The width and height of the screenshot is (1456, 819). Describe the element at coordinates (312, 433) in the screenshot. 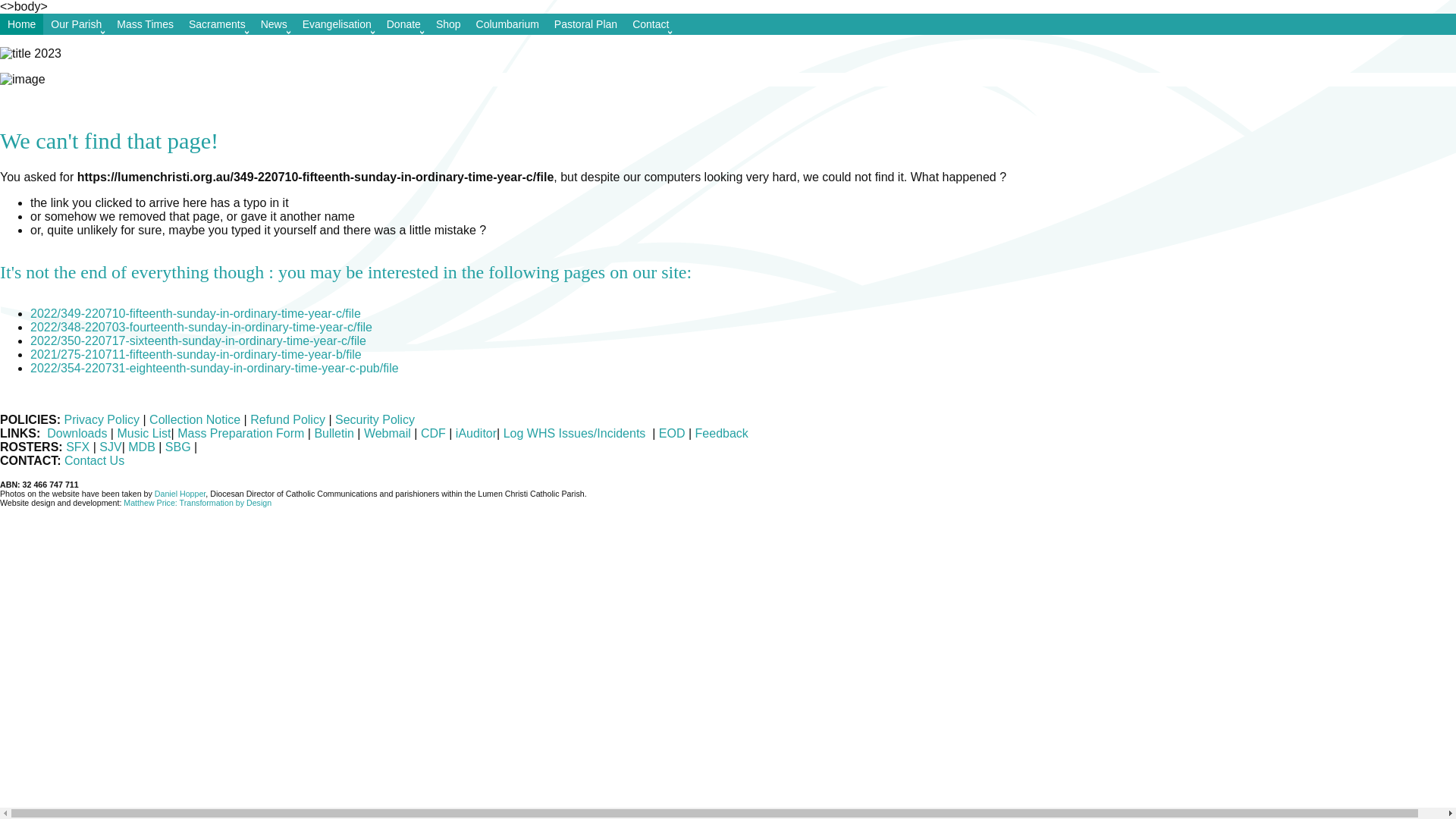

I see `'Bulletin'` at that location.